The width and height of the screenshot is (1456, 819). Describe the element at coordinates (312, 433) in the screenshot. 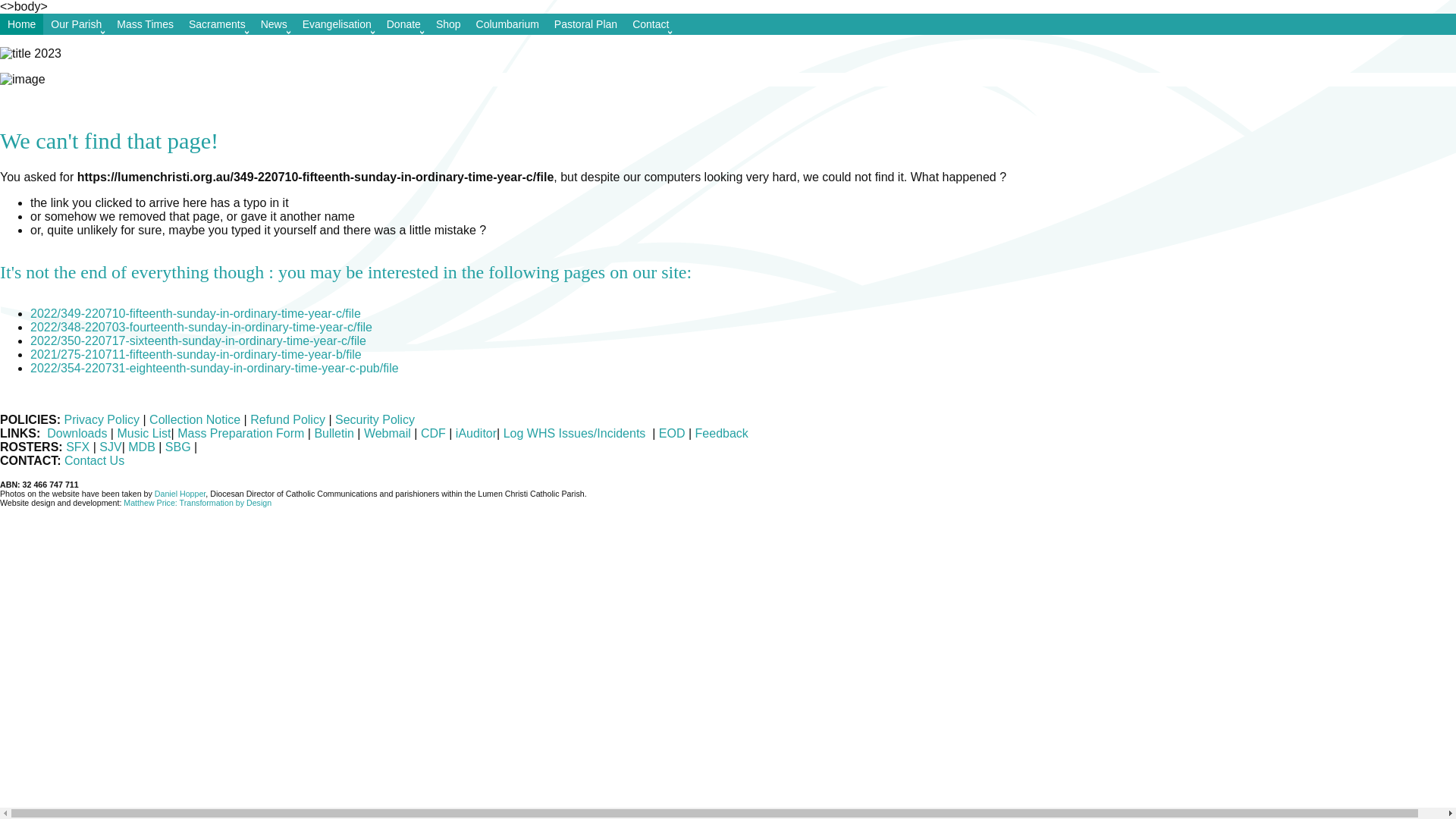

I see `'Bulletin'` at that location.